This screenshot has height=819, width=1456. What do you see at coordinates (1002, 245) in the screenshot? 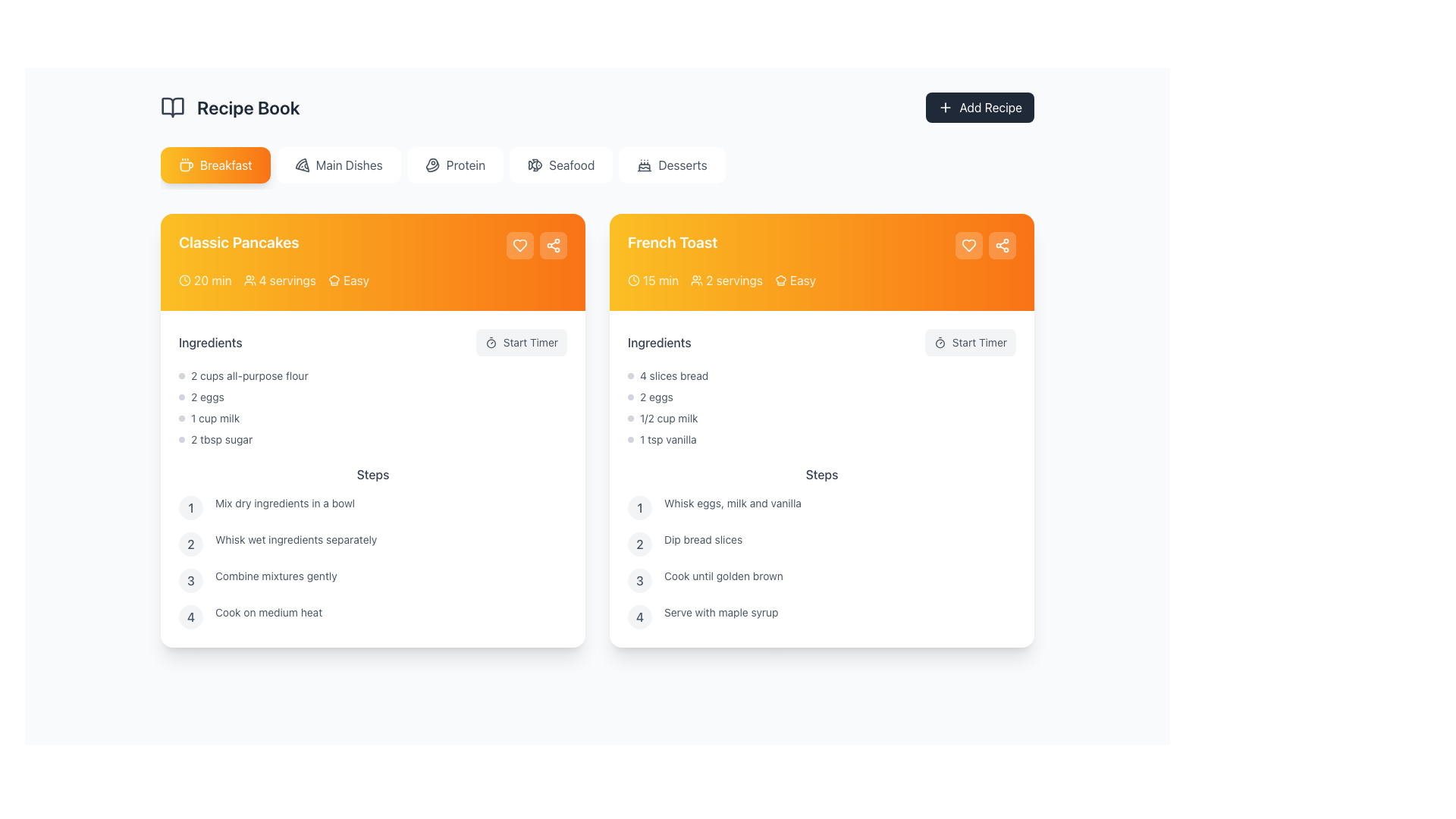
I see `the sharing button located at the top-right corner of the 'French Toast' recipe card` at bounding box center [1002, 245].